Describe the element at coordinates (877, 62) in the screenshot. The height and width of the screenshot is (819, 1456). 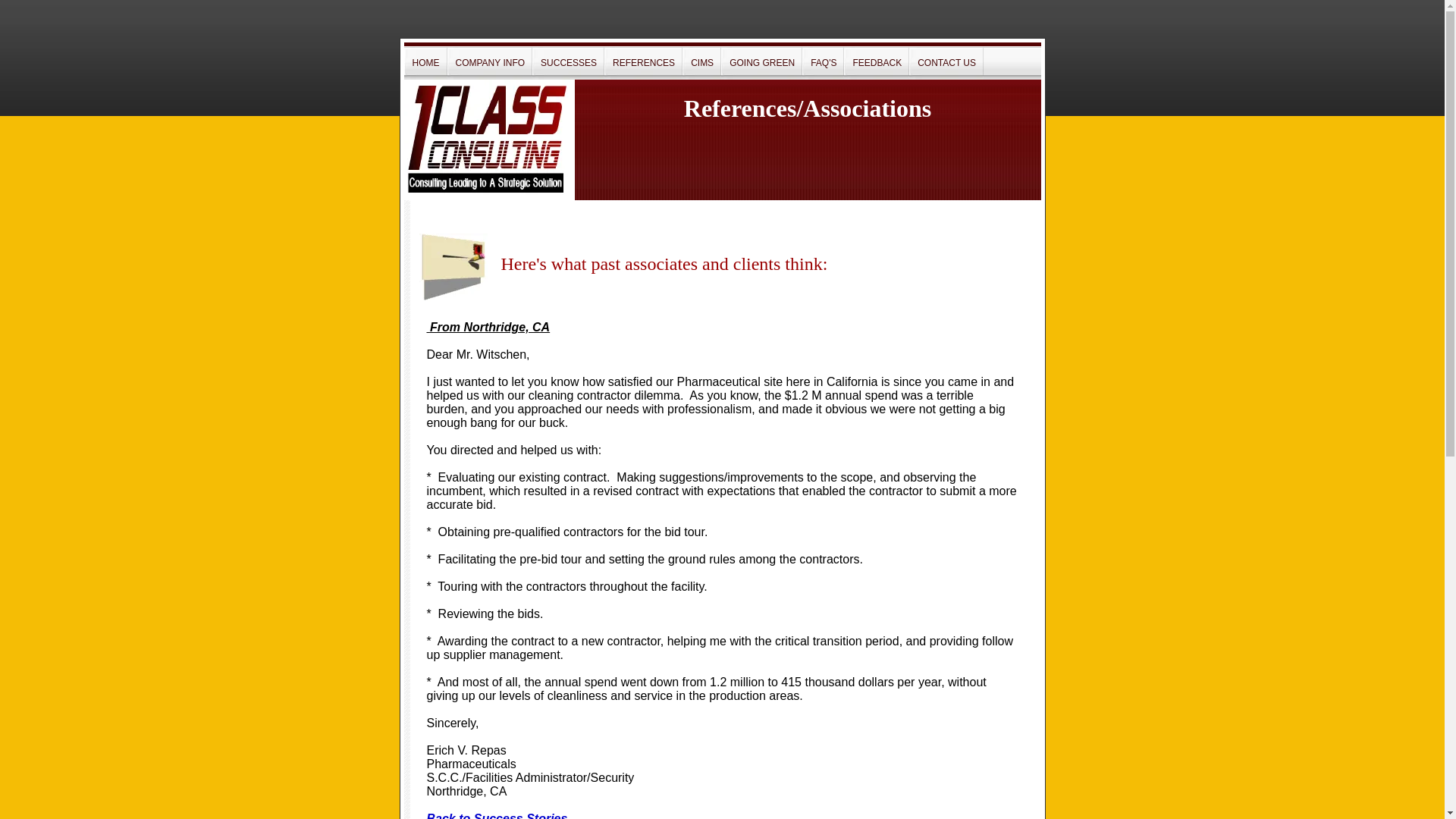
I see `'FEEDBACK'` at that location.